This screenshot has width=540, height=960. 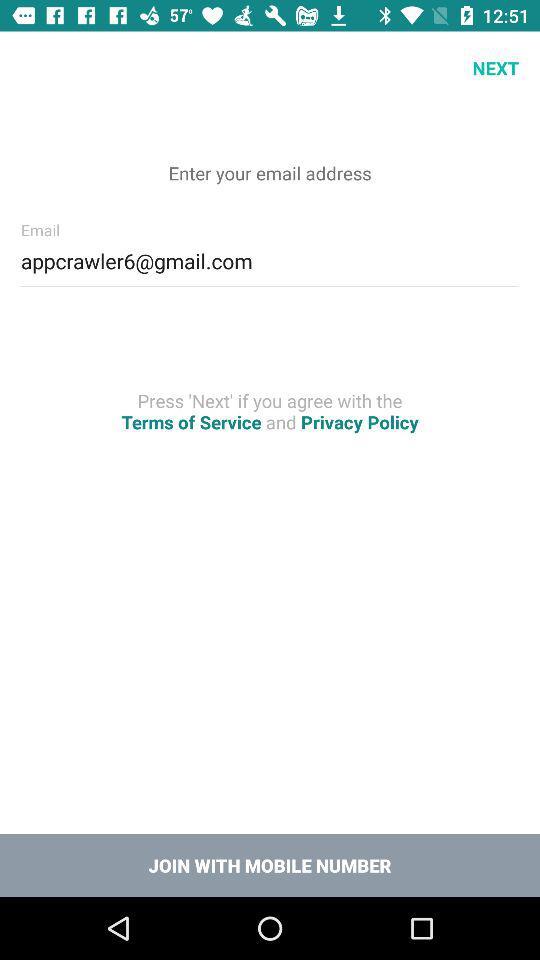 What do you see at coordinates (270, 257) in the screenshot?
I see `the icon above press next if item` at bounding box center [270, 257].